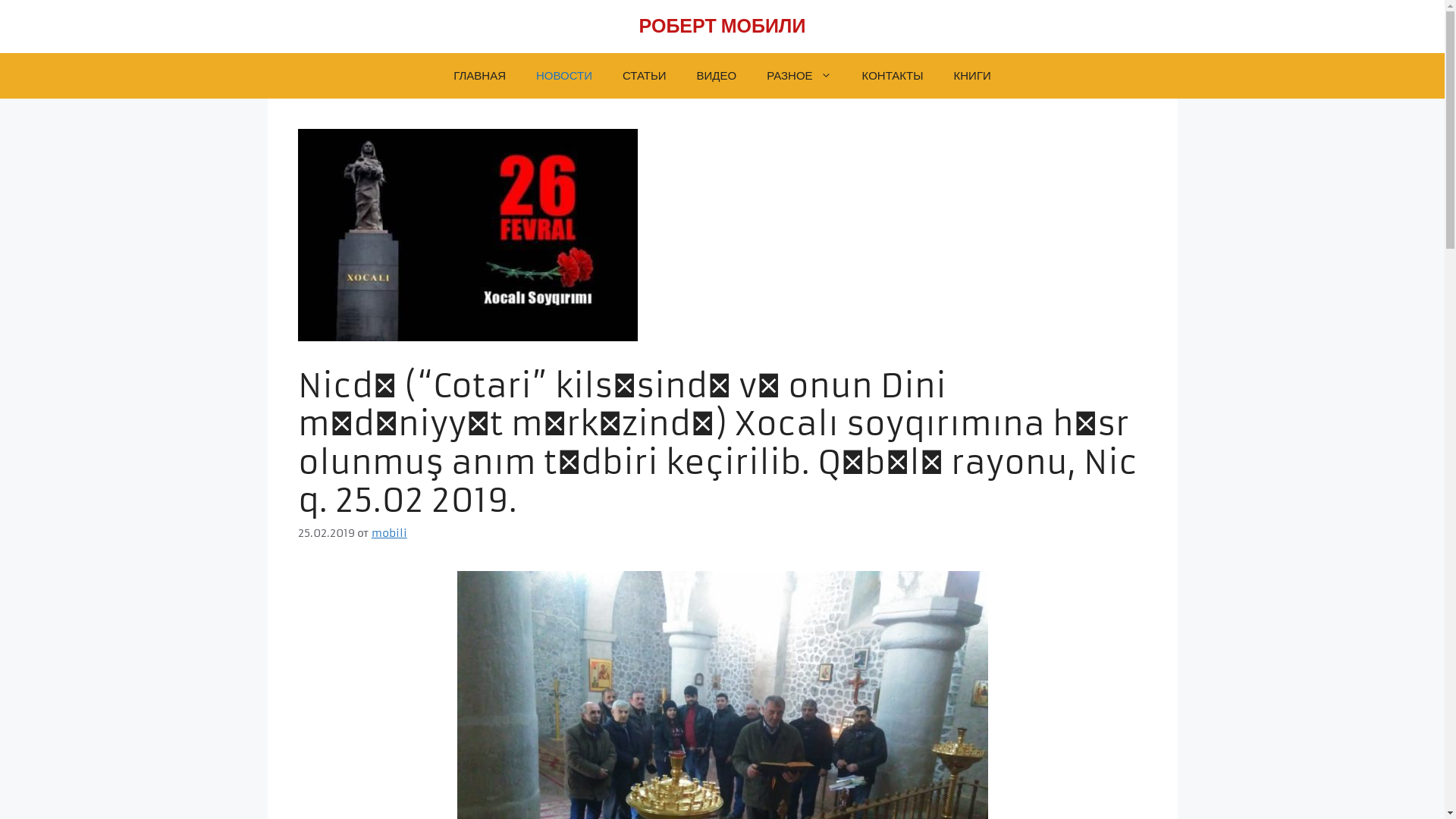 The height and width of the screenshot is (819, 1456). I want to click on 'mobili', so click(371, 532).